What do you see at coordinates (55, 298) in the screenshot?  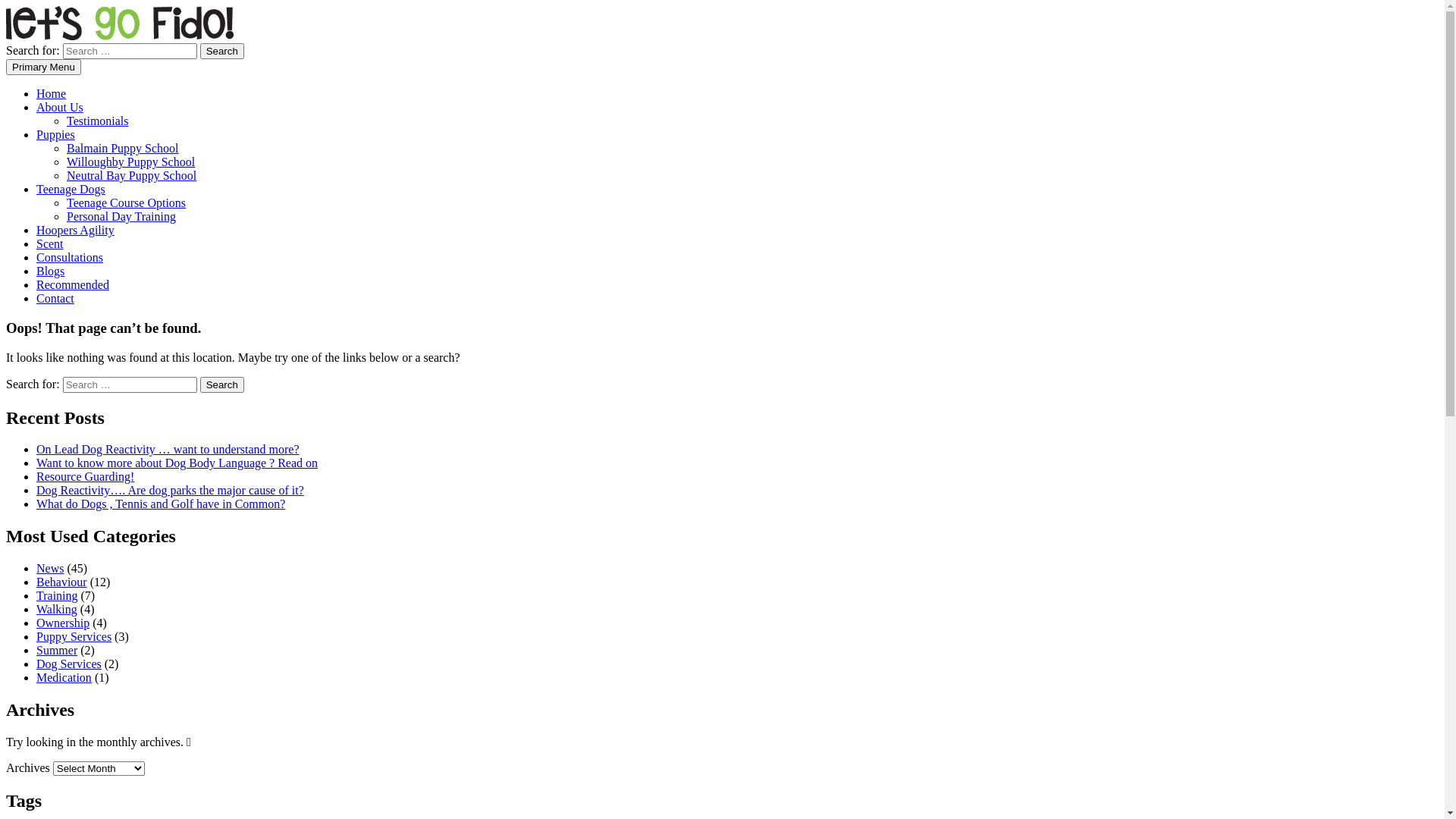 I see `'Contact'` at bounding box center [55, 298].